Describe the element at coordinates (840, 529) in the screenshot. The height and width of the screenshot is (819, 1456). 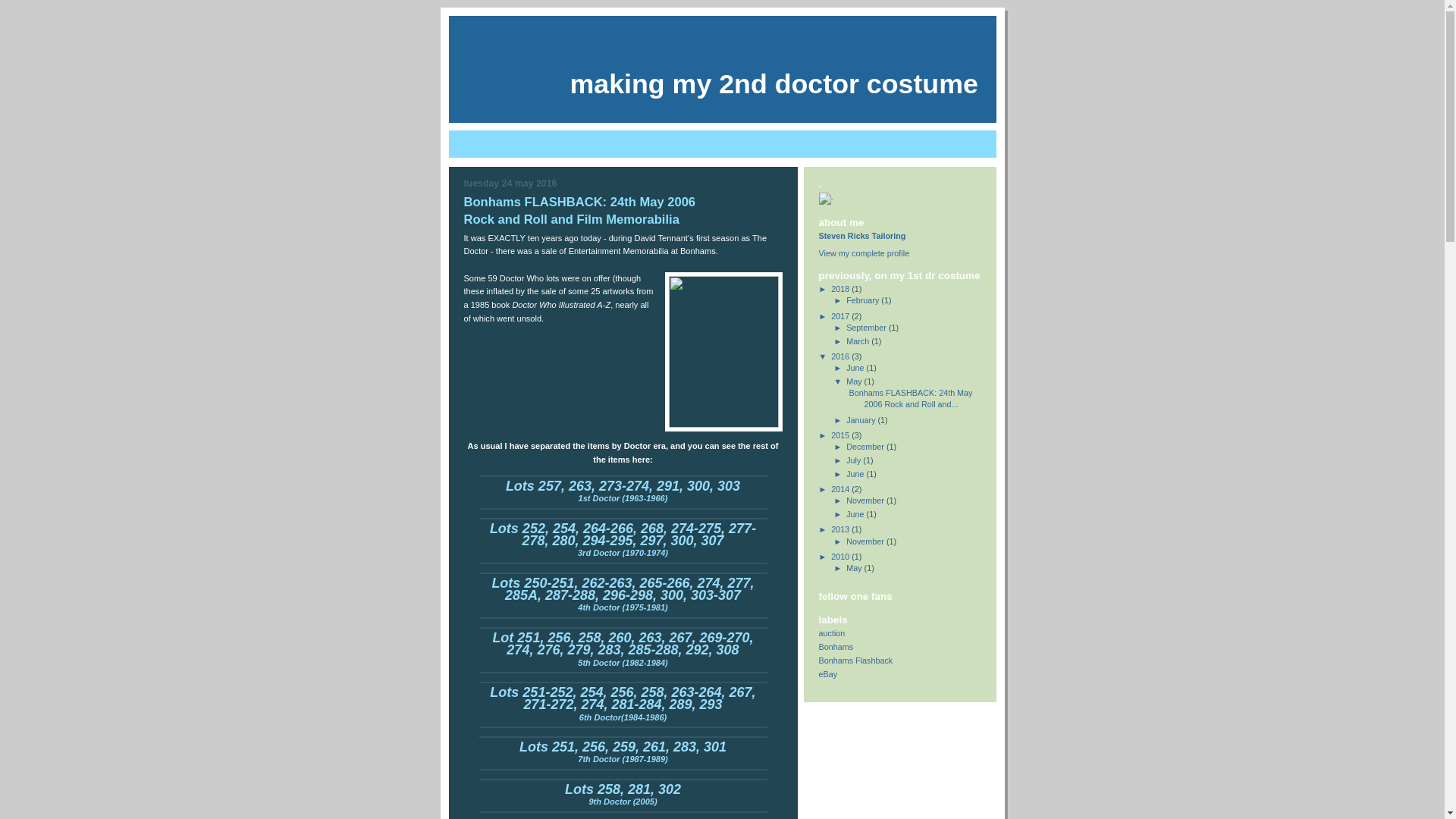
I see `'2013'` at that location.